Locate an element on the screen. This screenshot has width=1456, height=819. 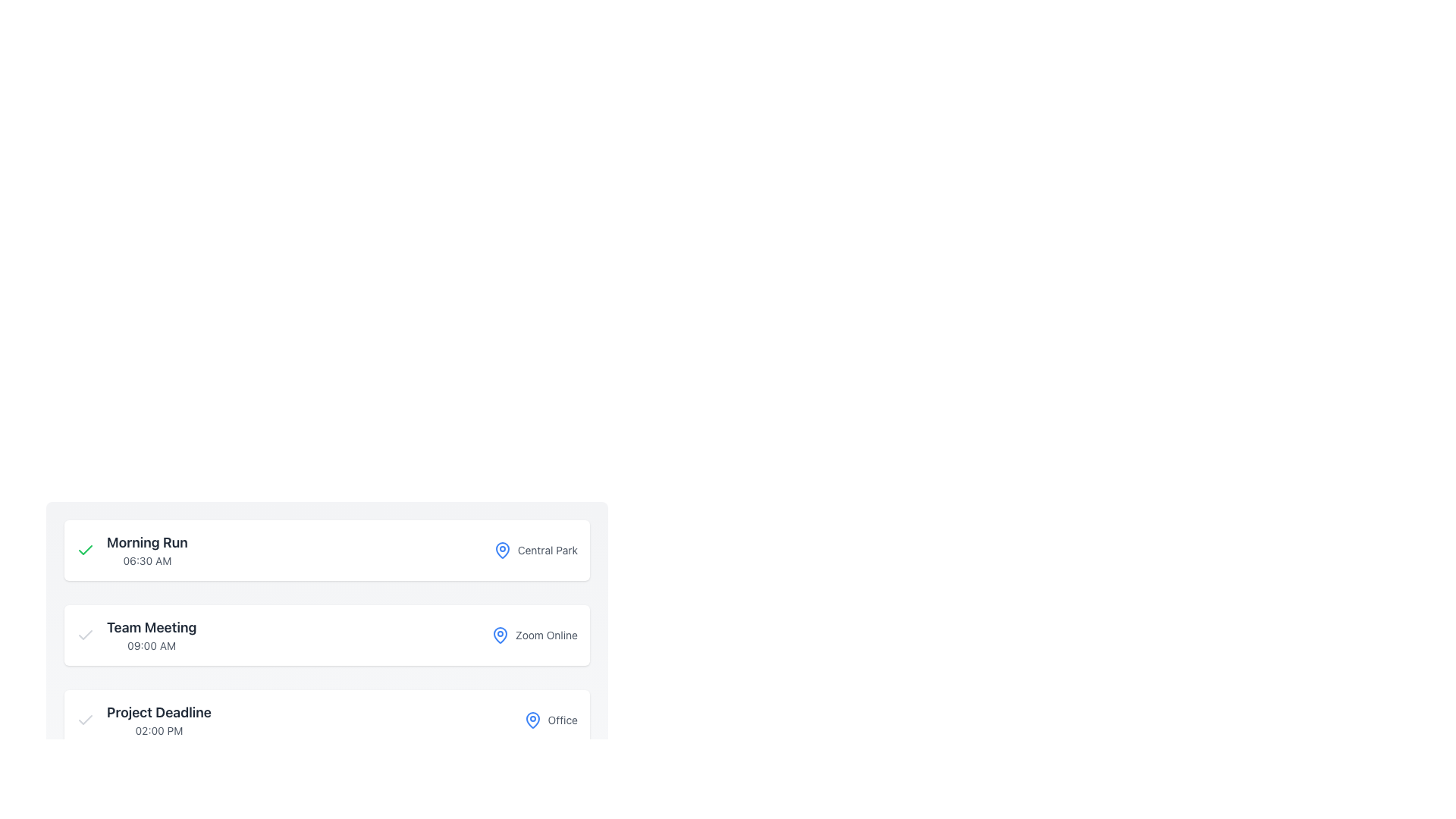
the Text element displaying 'Team Meeting' styled in bold gray, located above '09:00 AM', positioned to the right of a gray checkmark icon is located at coordinates (136, 635).